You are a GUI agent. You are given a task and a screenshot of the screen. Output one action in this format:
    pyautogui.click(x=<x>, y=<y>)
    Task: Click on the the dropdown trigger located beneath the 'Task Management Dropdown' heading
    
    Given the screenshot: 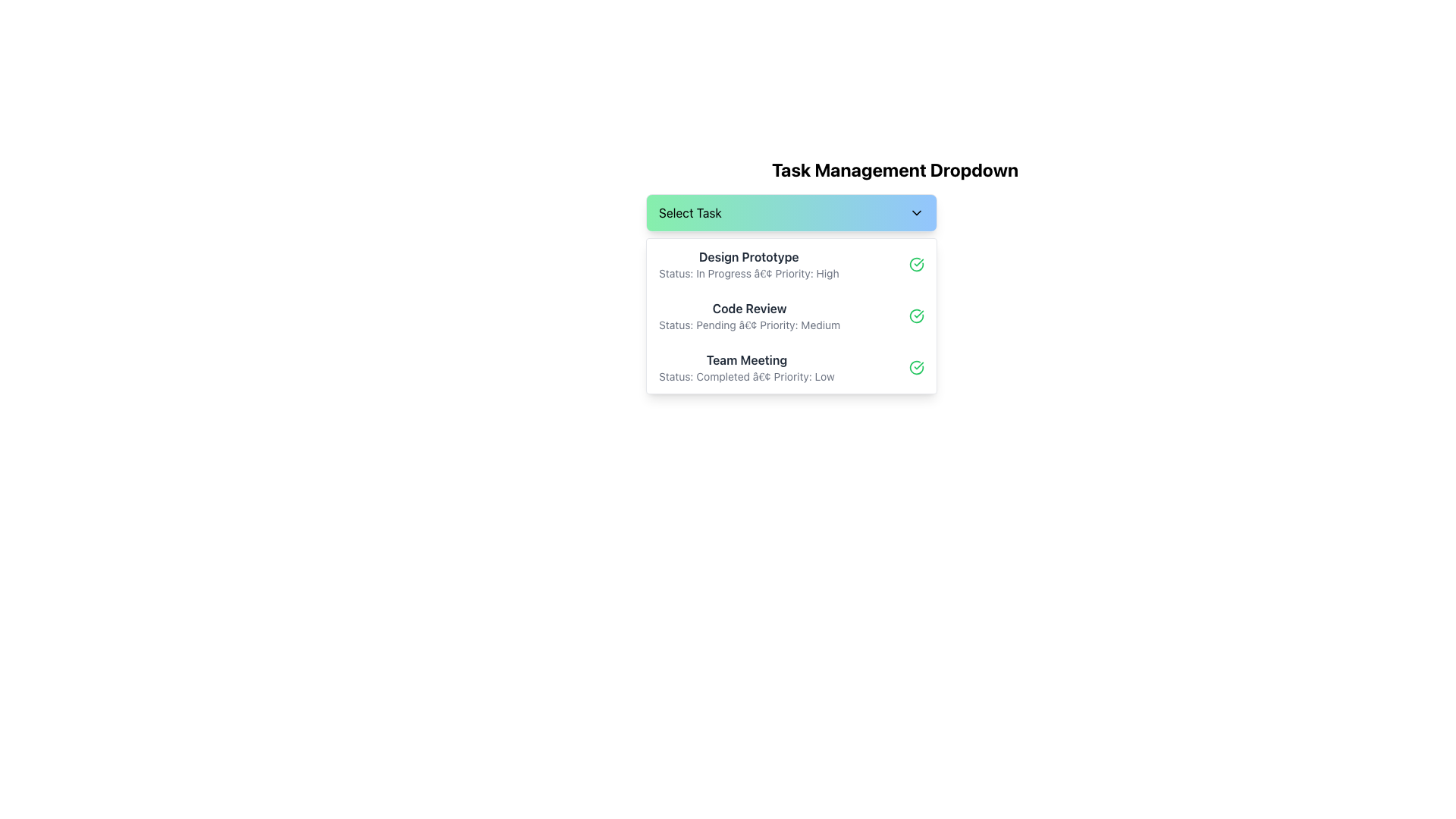 What is the action you would take?
    pyautogui.click(x=895, y=194)
    